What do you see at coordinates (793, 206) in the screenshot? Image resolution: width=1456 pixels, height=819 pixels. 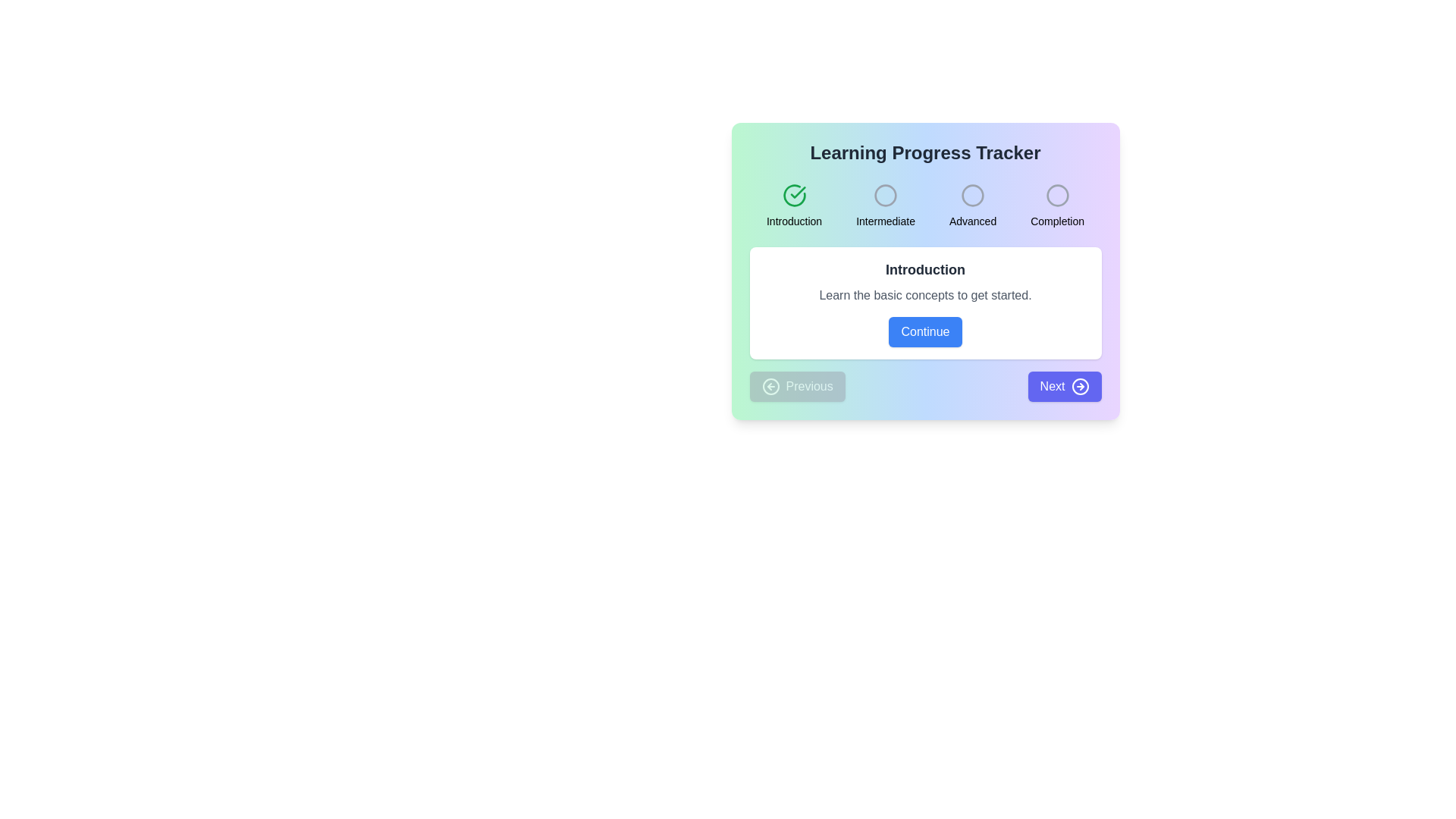 I see `label of the 'Introduction' stage progress indicator, which is located in the upper-left portion of the progress tracker interface, indicating that this stage is complete with a checkmark icon` at bounding box center [793, 206].